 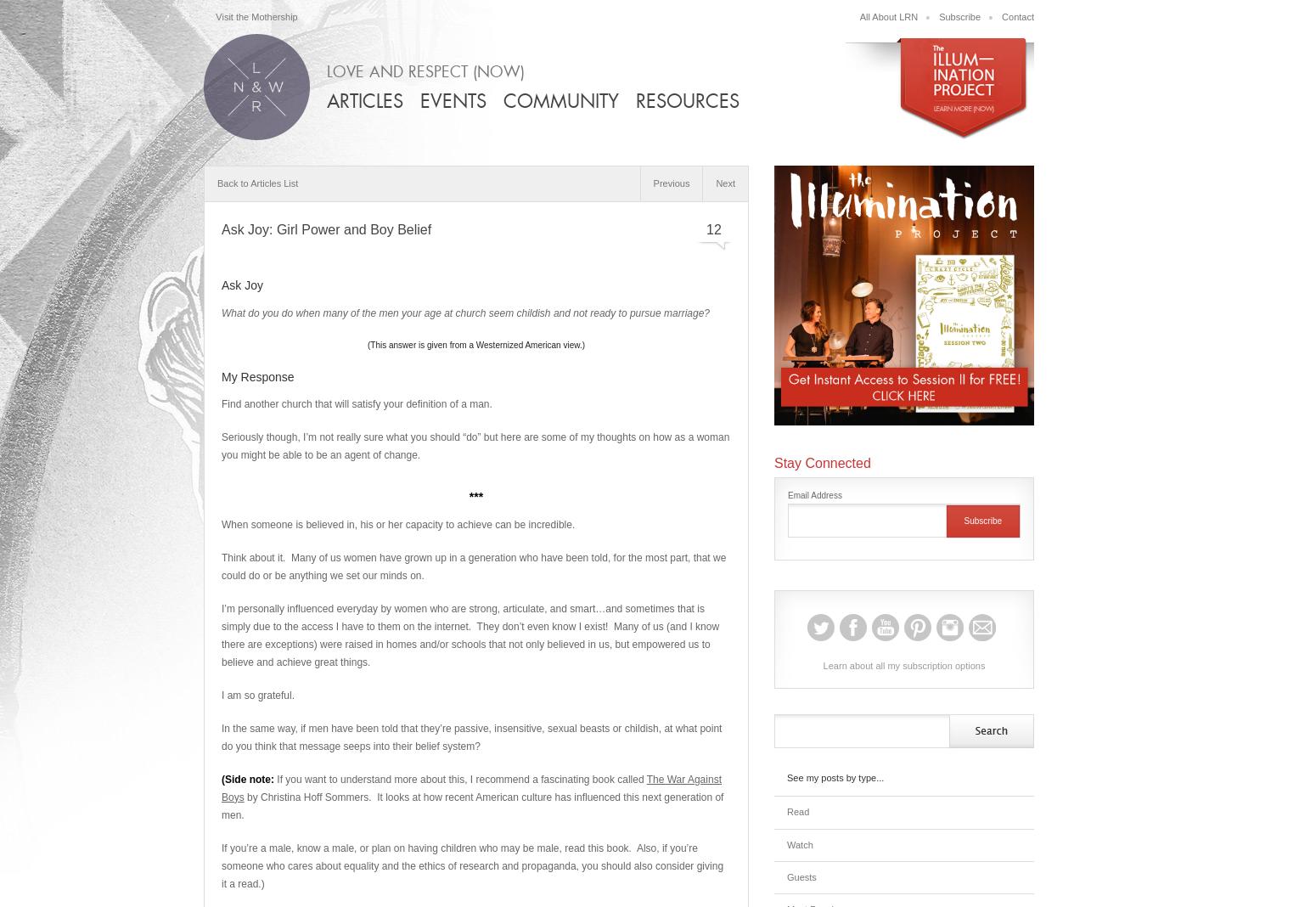 What do you see at coordinates (357, 404) in the screenshot?
I see `'Find another church that will satisfy your definition of a man.'` at bounding box center [357, 404].